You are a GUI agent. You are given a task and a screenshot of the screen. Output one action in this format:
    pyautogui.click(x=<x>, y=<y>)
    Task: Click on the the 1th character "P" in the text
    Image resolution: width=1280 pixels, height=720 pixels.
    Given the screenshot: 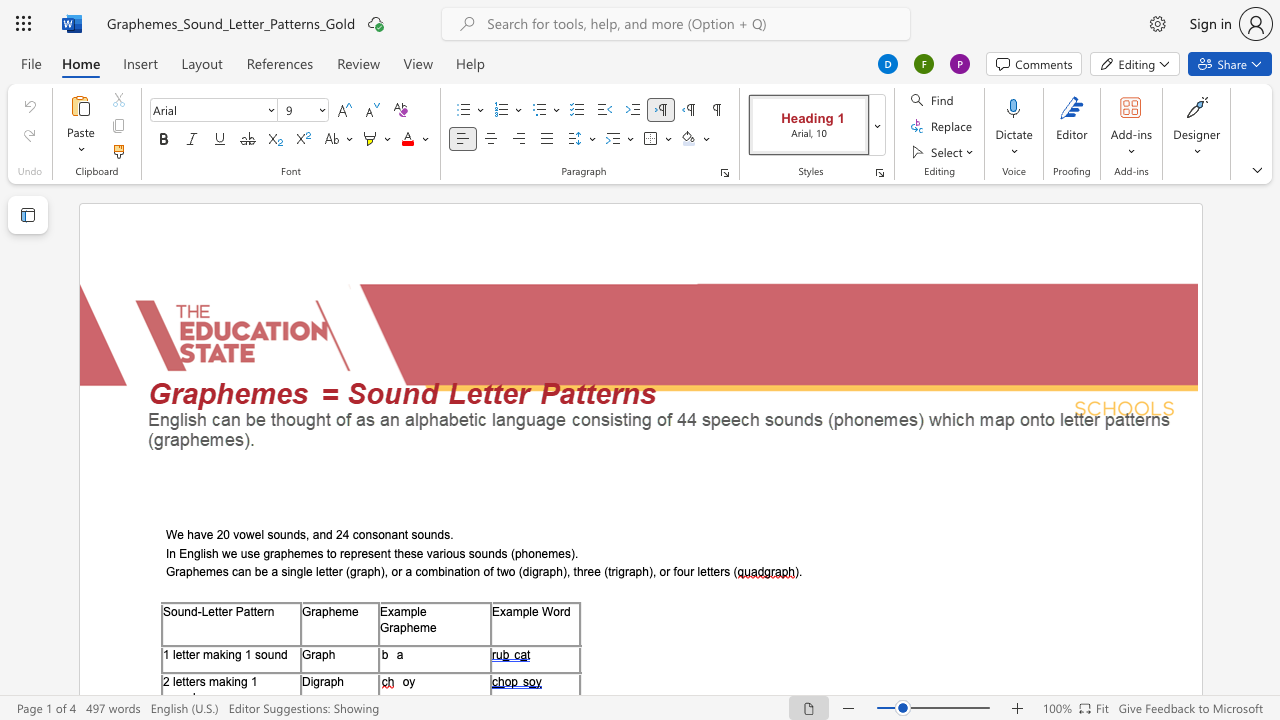 What is the action you would take?
    pyautogui.click(x=239, y=610)
    